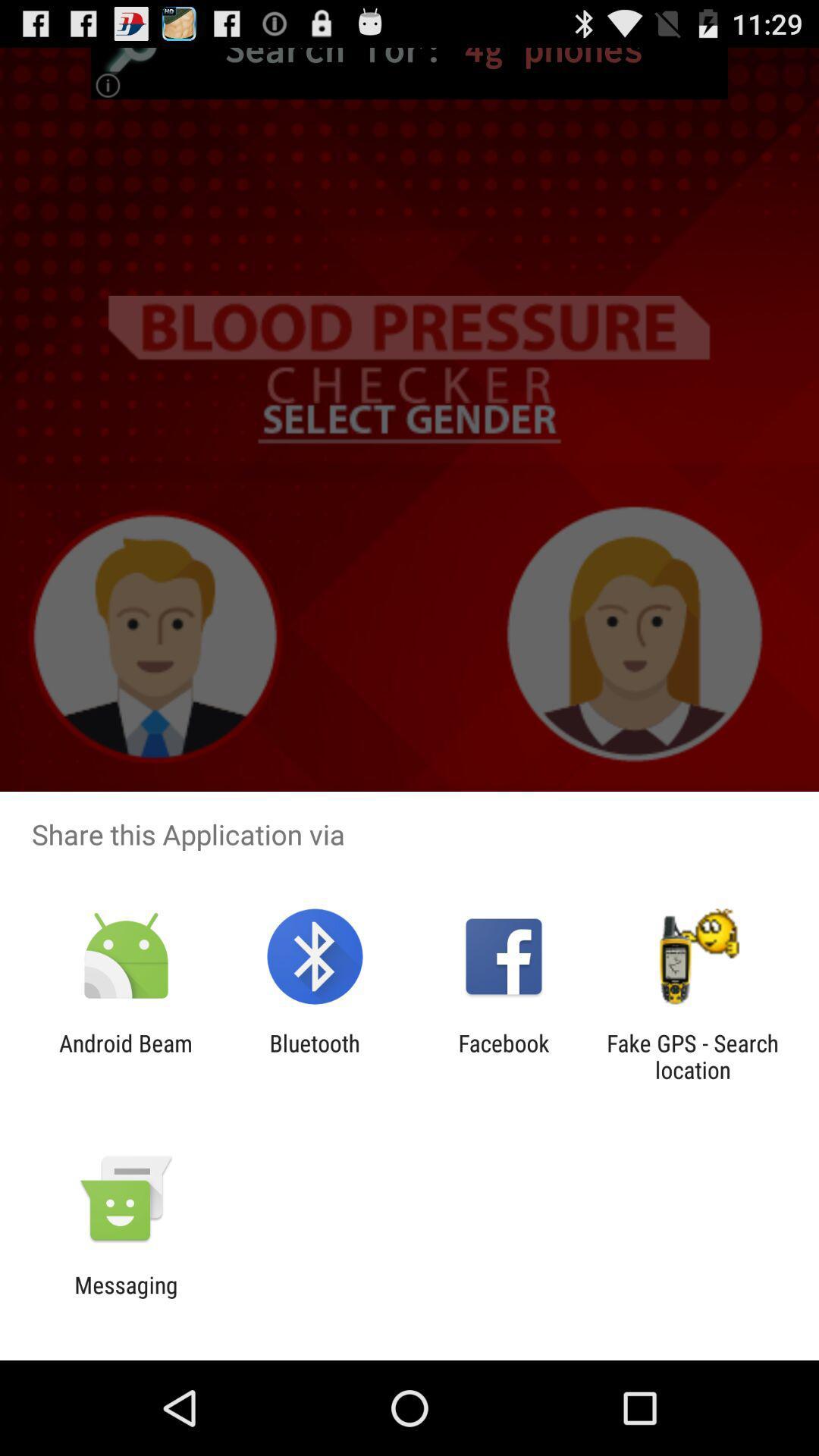 The image size is (819, 1456). Describe the element at coordinates (125, 1298) in the screenshot. I see `the messaging icon` at that location.